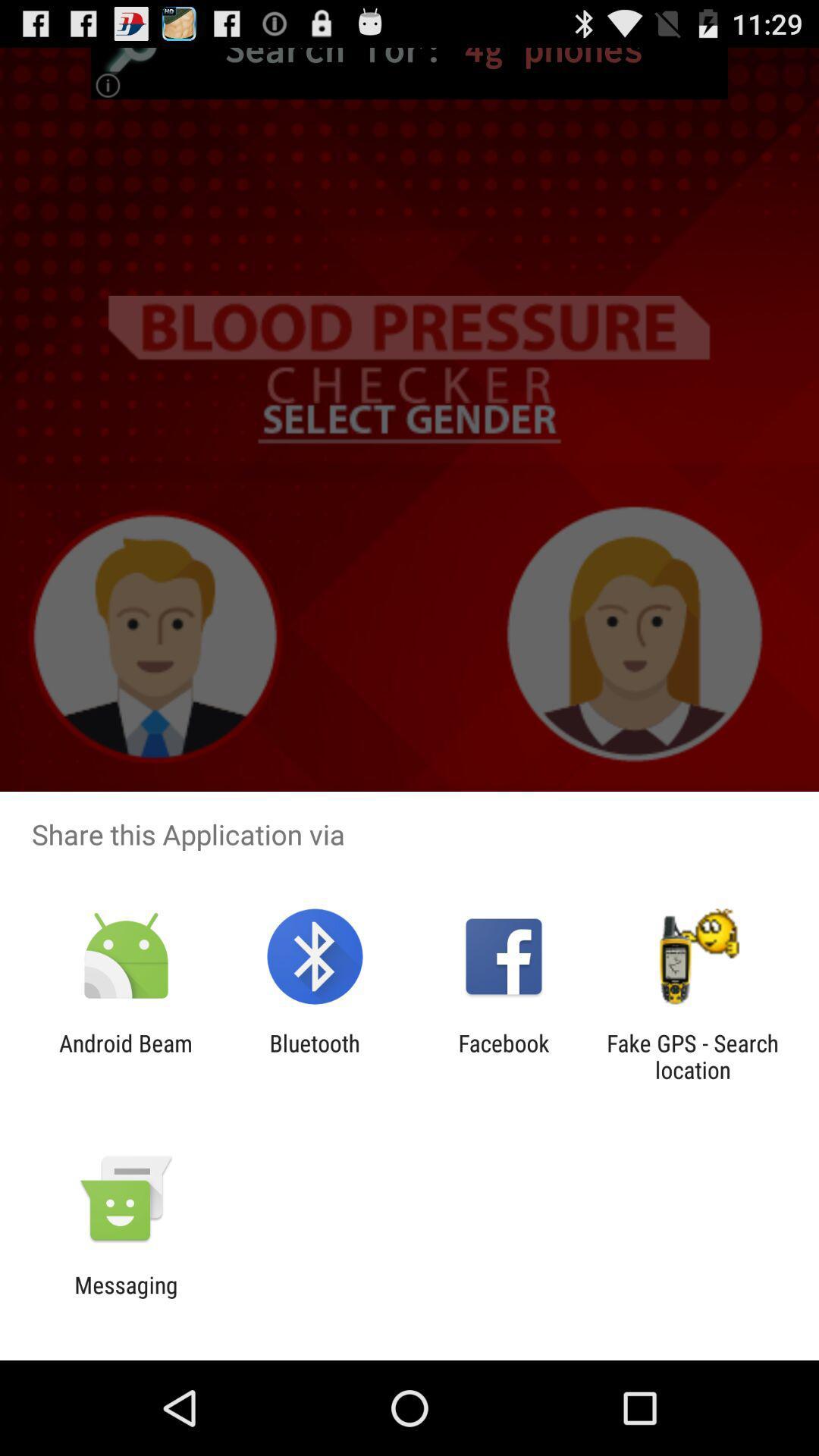 The image size is (819, 1456). Describe the element at coordinates (125, 1298) in the screenshot. I see `the messaging icon` at that location.